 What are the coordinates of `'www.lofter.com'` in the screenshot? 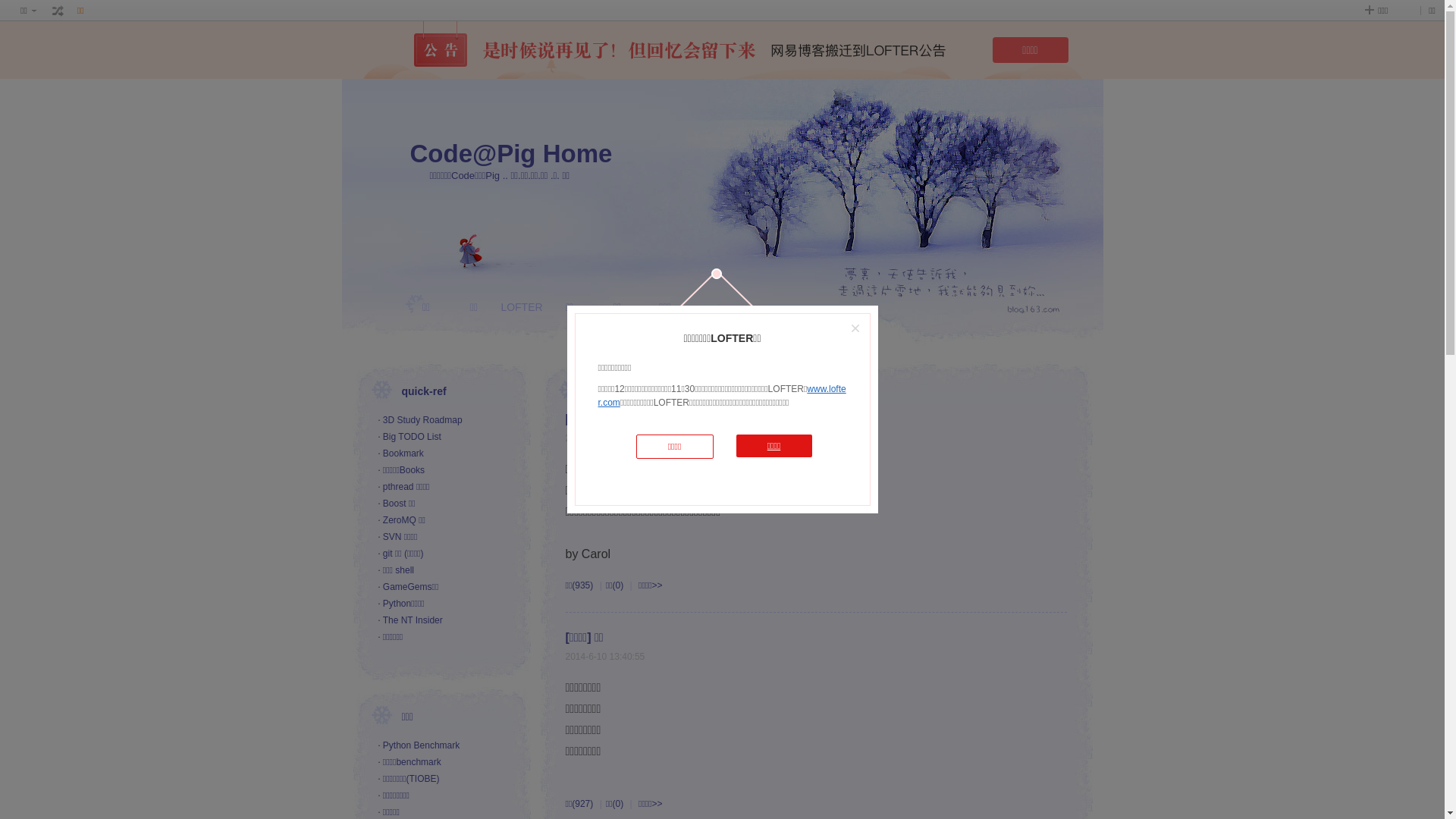 It's located at (720, 394).